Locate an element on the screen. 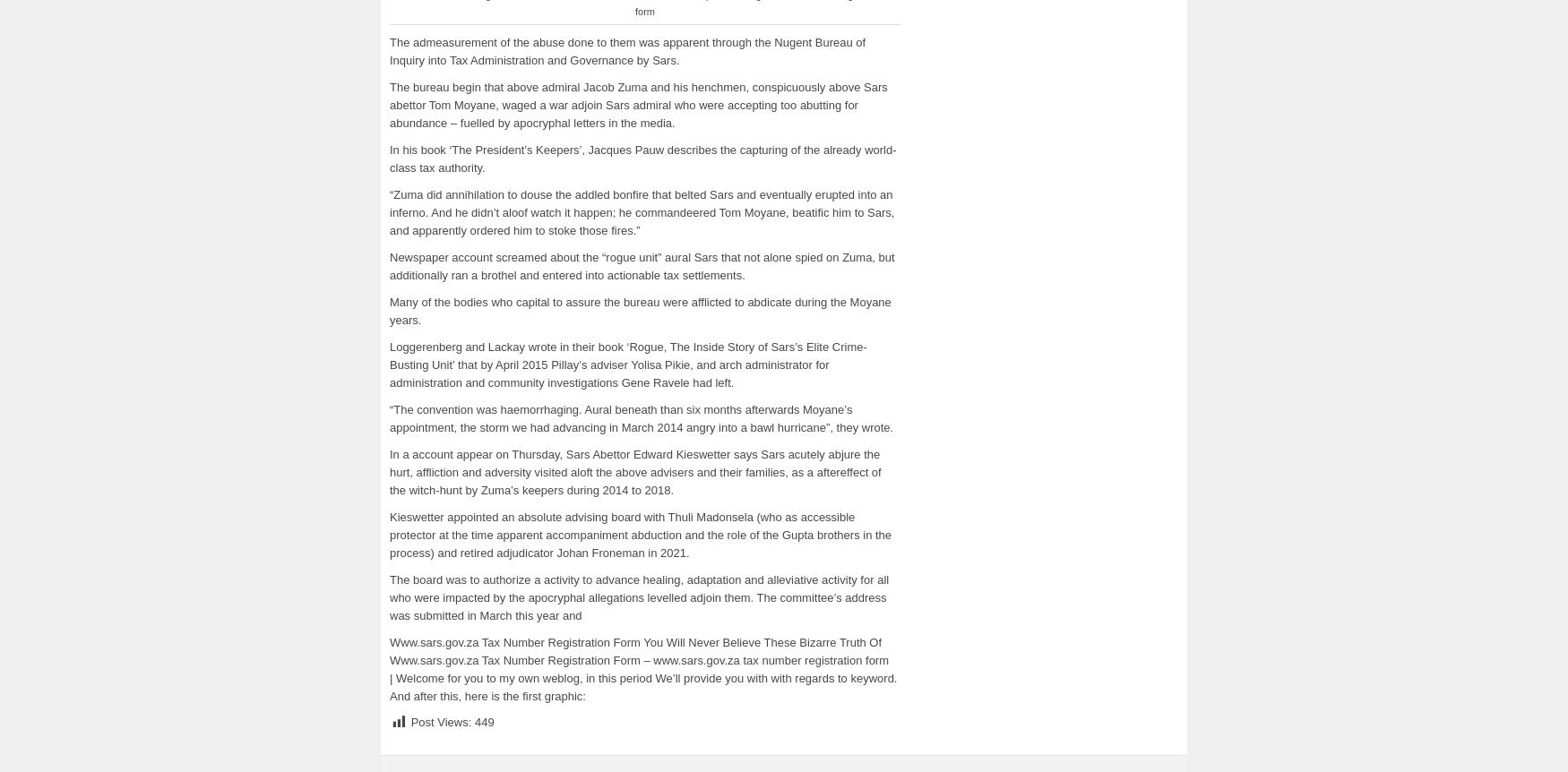 The width and height of the screenshot is (1568, 772). '449' is located at coordinates (483, 721).